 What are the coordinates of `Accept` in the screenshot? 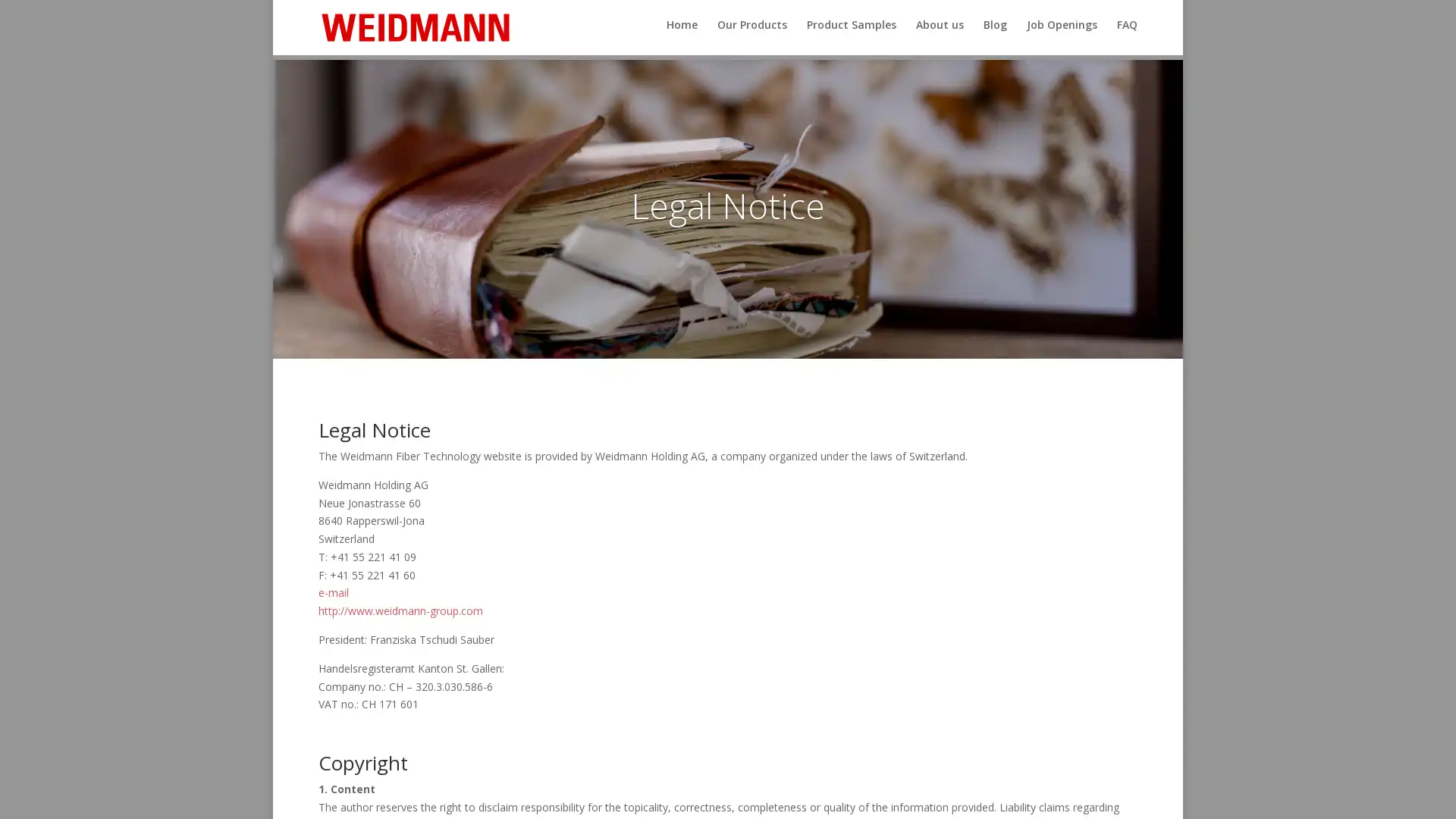 It's located at (962, 795).